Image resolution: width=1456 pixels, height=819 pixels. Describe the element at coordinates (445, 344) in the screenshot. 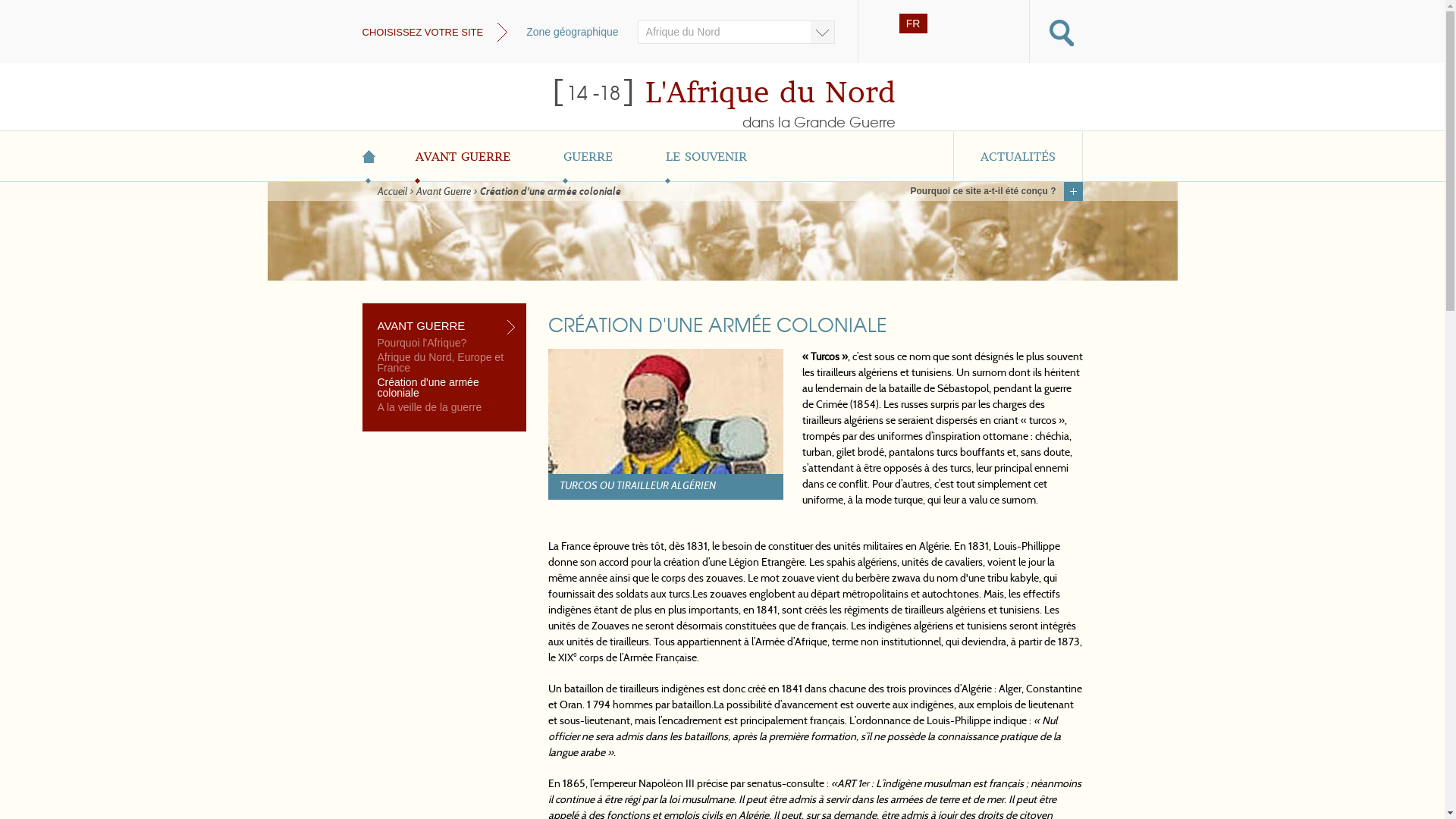

I see `'Pourquoi l'Afrique?'` at that location.